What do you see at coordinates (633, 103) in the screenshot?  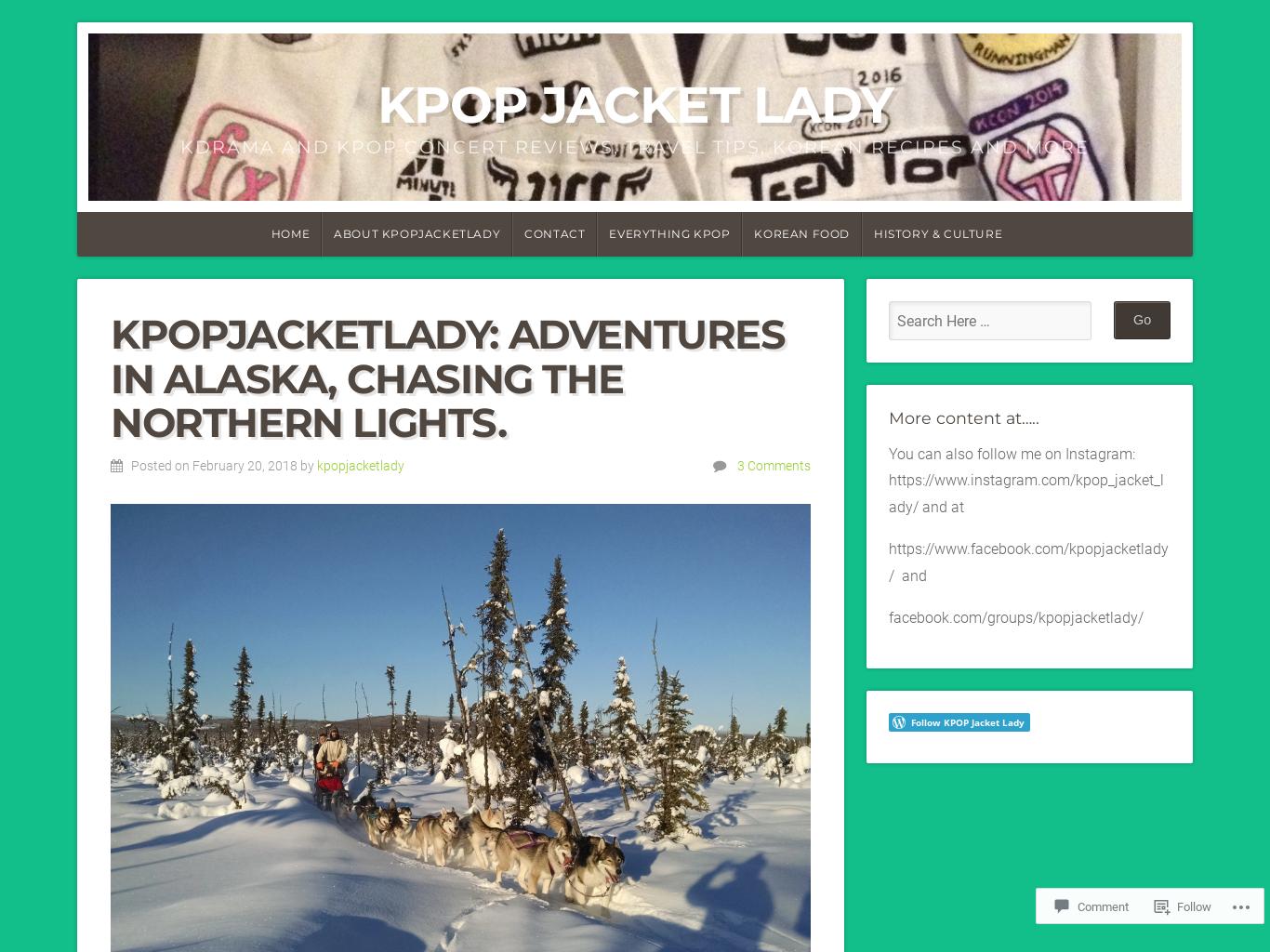 I see `'KPOP Jacket Lady'` at bounding box center [633, 103].